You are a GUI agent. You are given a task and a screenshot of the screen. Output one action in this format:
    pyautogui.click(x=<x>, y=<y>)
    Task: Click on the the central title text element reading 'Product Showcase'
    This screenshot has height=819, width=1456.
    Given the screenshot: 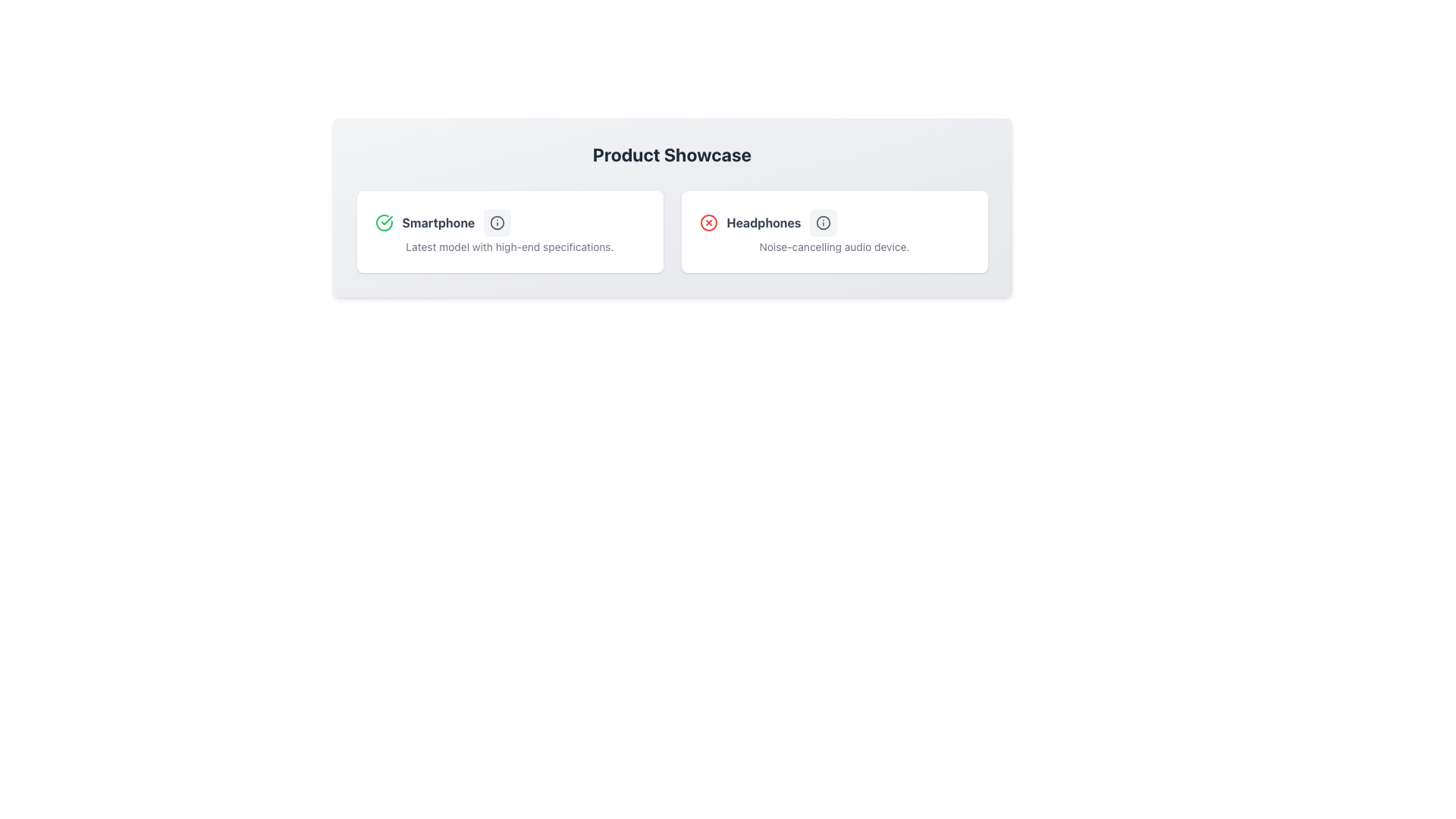 What is the action you would take?
    pyautogui.click(x=671, y=155)
    